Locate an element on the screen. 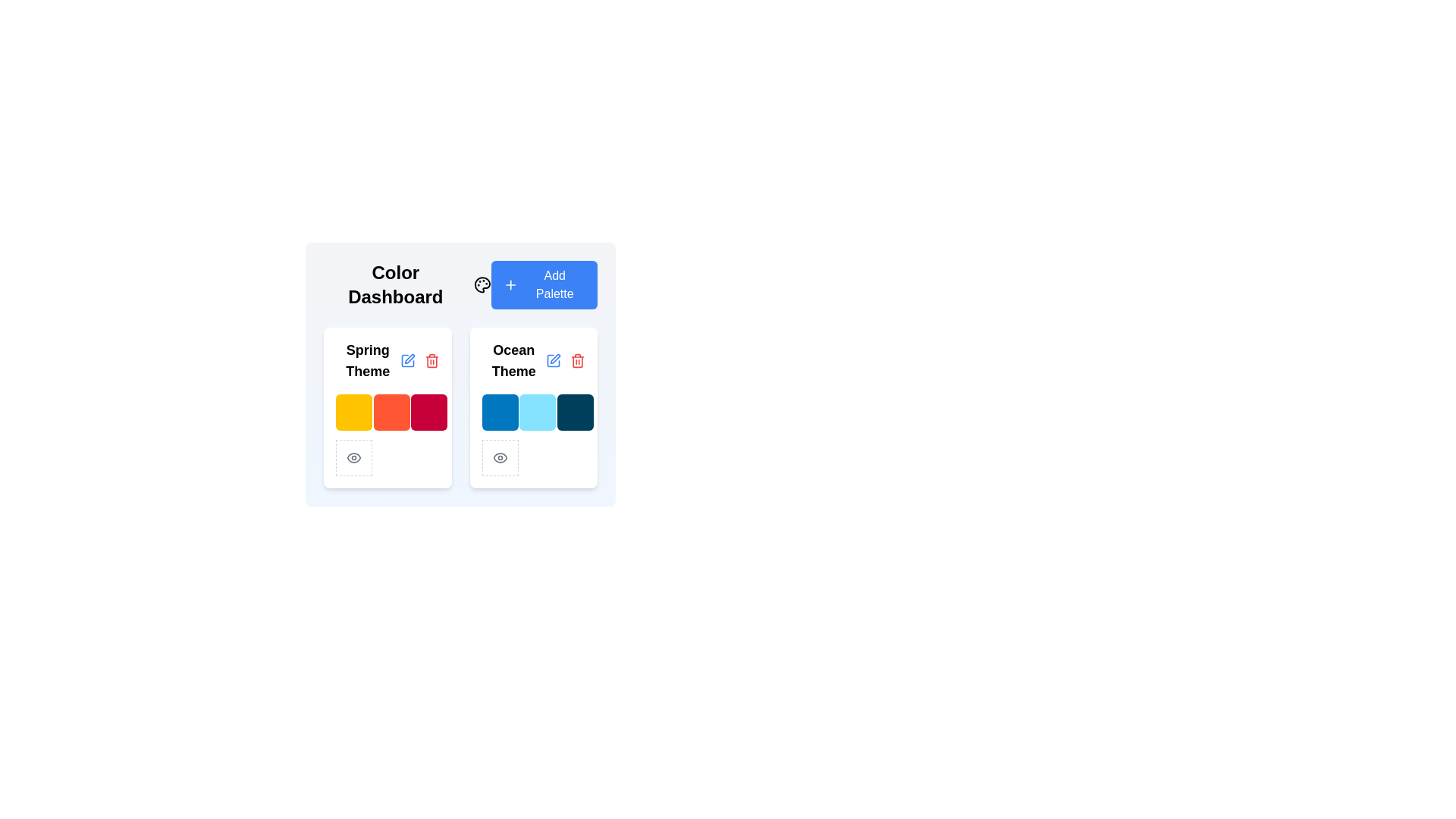 The width and height of the screenshot is (1456, 819). the vibrant blue color block with rounded corners located in the first position of the row in the 3x3 grid under the 'Ocean Theme' section is located at coordinates (500, 412).